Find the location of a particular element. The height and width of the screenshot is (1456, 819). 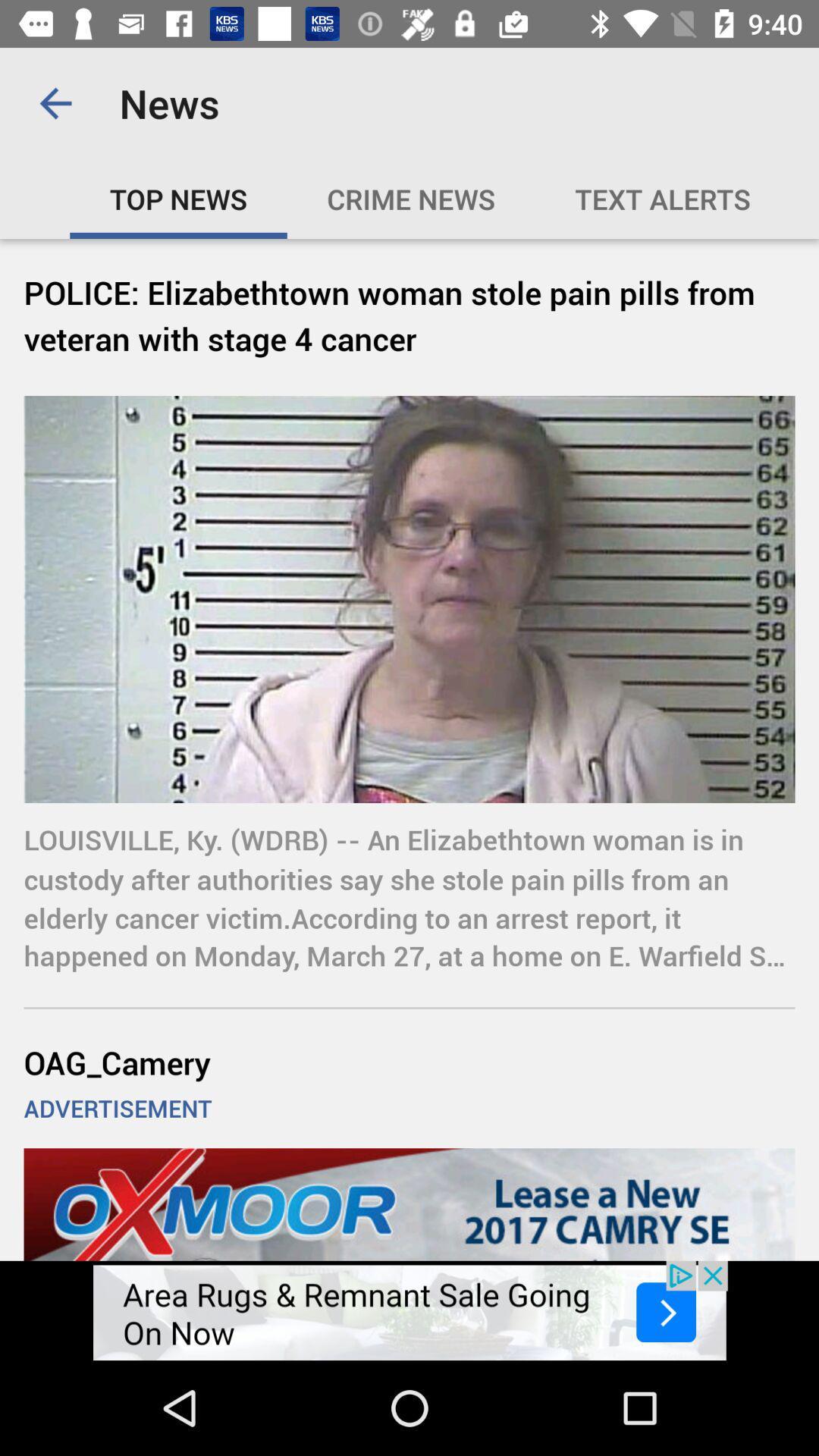

icon above the top news icon is located at coordinates (55, 102).